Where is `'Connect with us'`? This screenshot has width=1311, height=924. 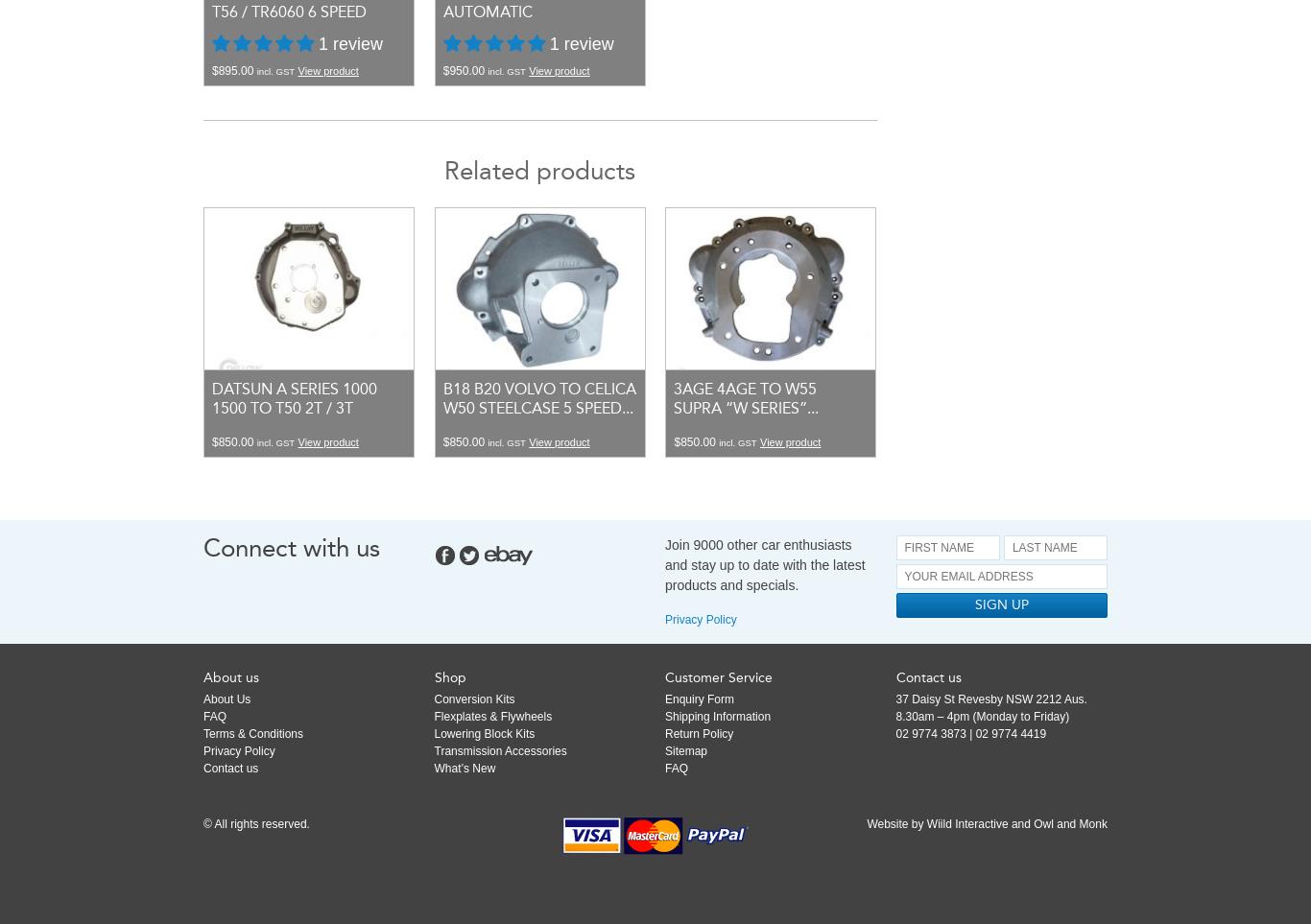 'Connect with us' is located at coordinates (291, 549).